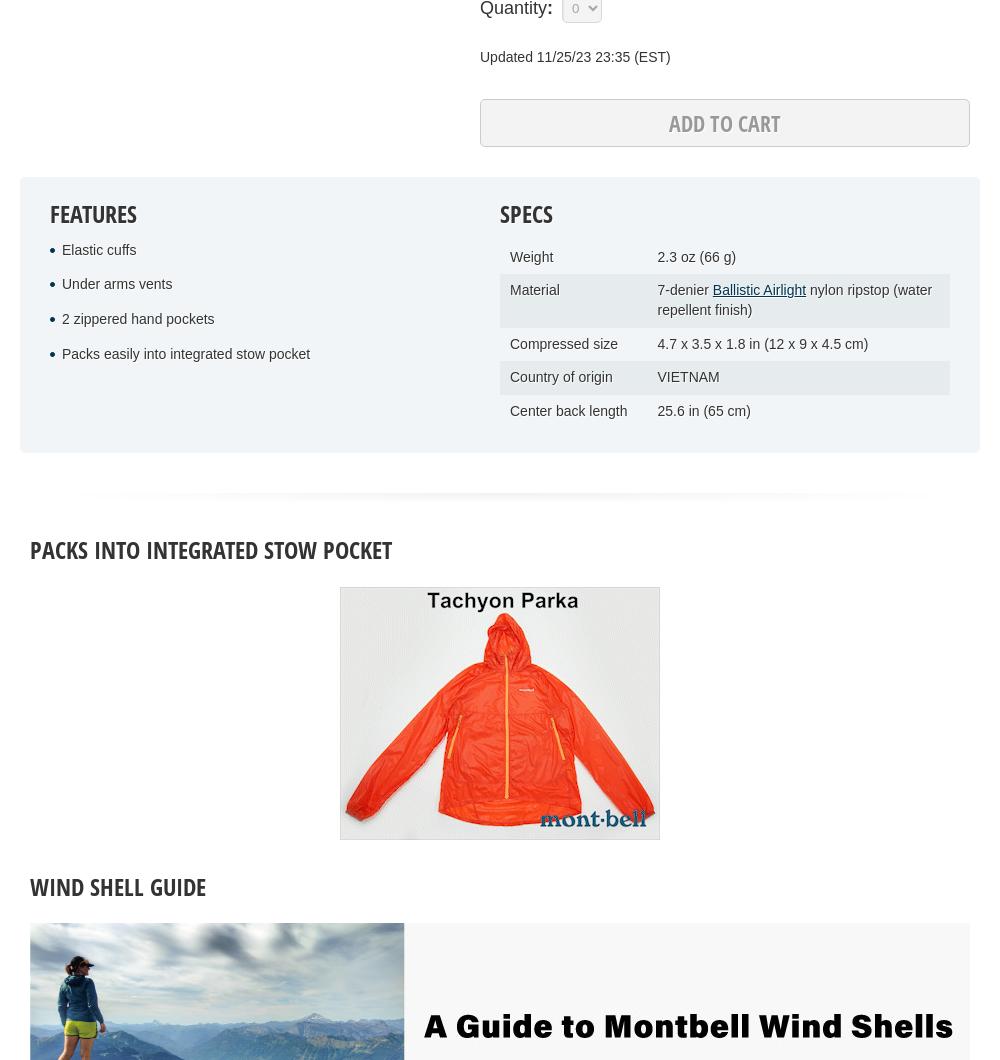 This screenshot has width=1000, height=1060. What do you see at coordinates (62, 352) in the screenshot?
I see `'Packs easily into integrated stow pocket'` at bounding box center [62, 352].